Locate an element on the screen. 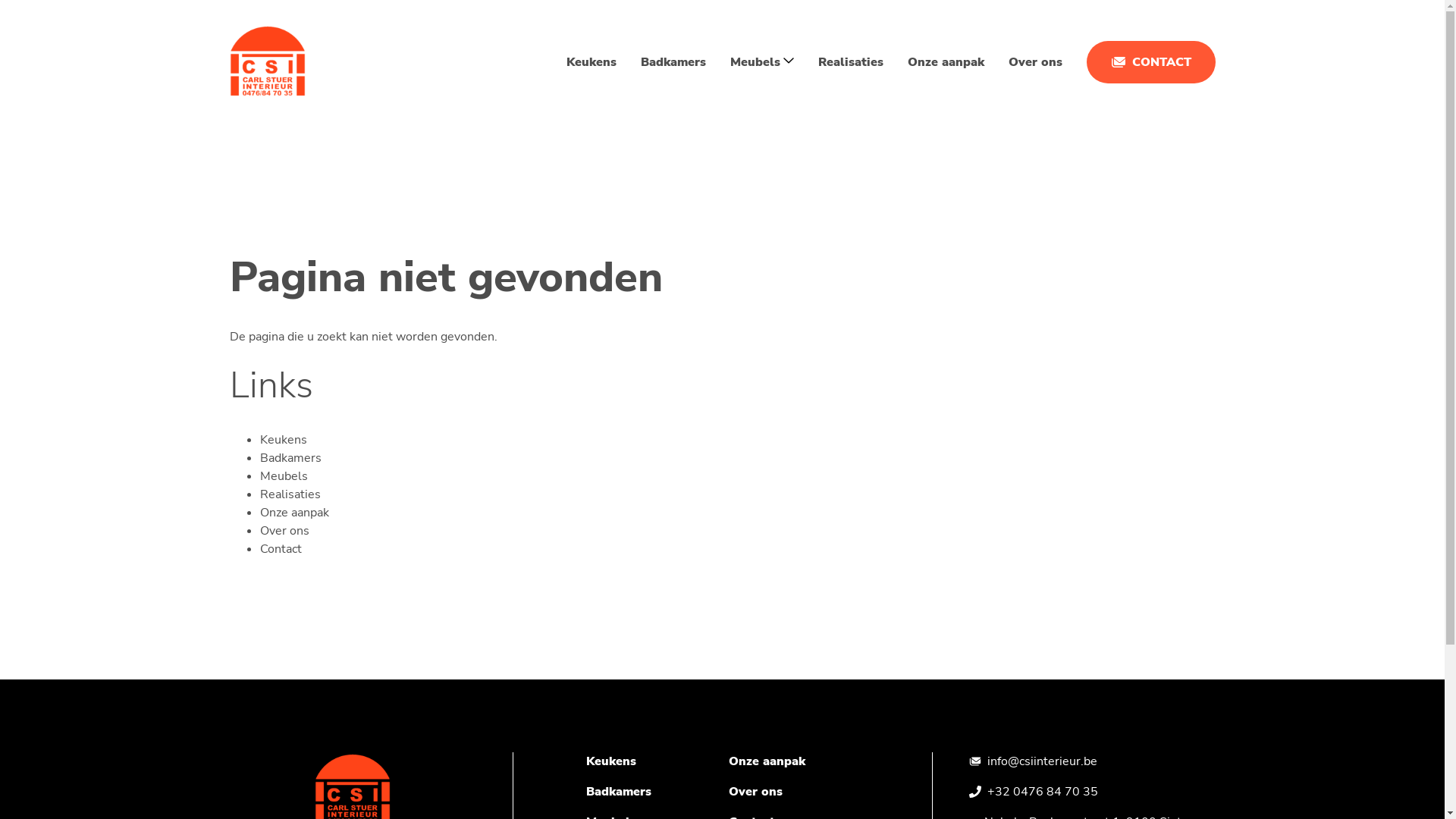 The height and width of the screenshot is (819, 1456). 'Over ons' is located at coordinates (284, 529).